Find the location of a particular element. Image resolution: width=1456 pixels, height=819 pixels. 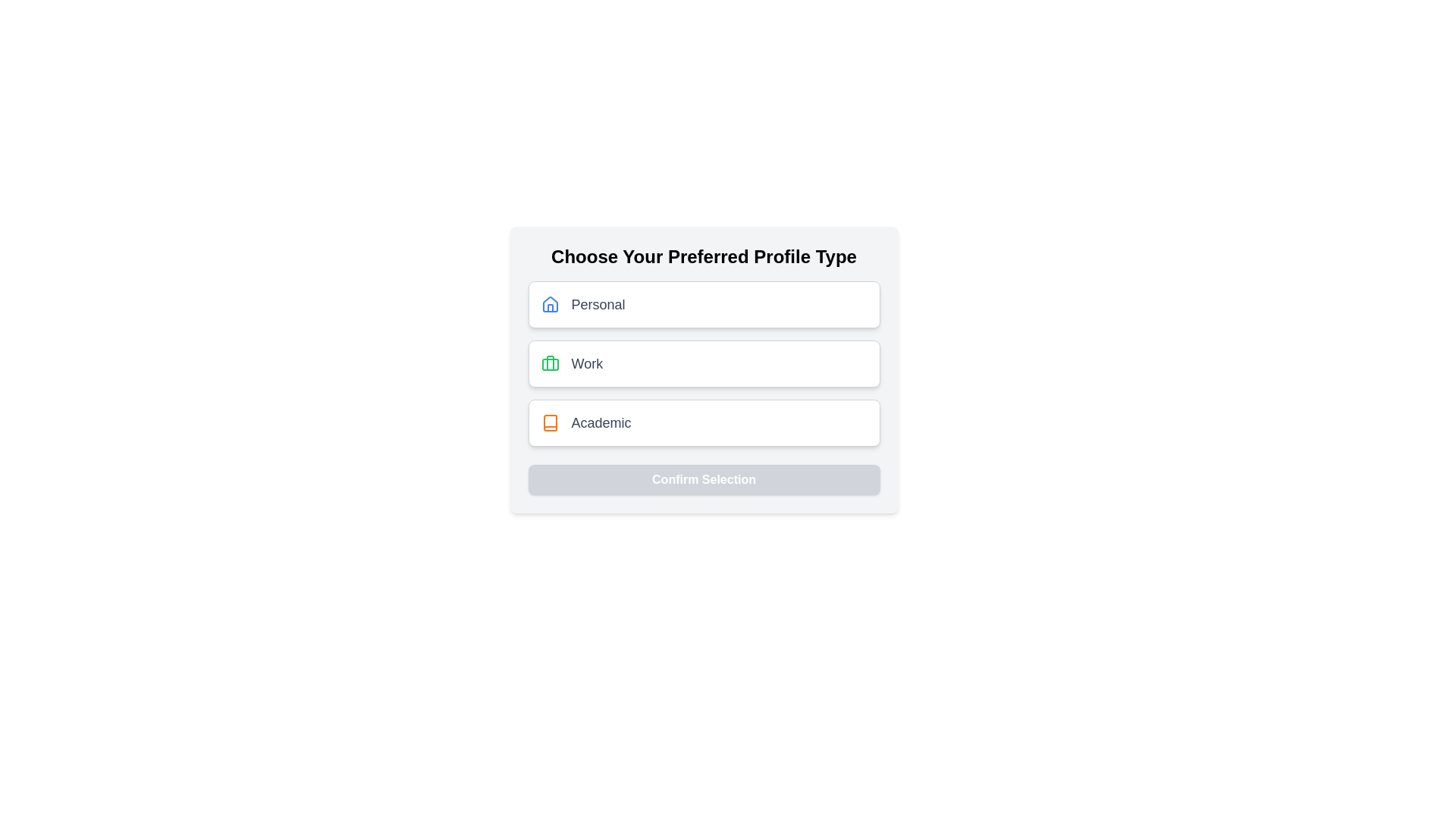

the decorative vector line within the green briefcase icon of the 'Work' option button, which is positioned at the center of the interface is located at coordinates (549, 362).